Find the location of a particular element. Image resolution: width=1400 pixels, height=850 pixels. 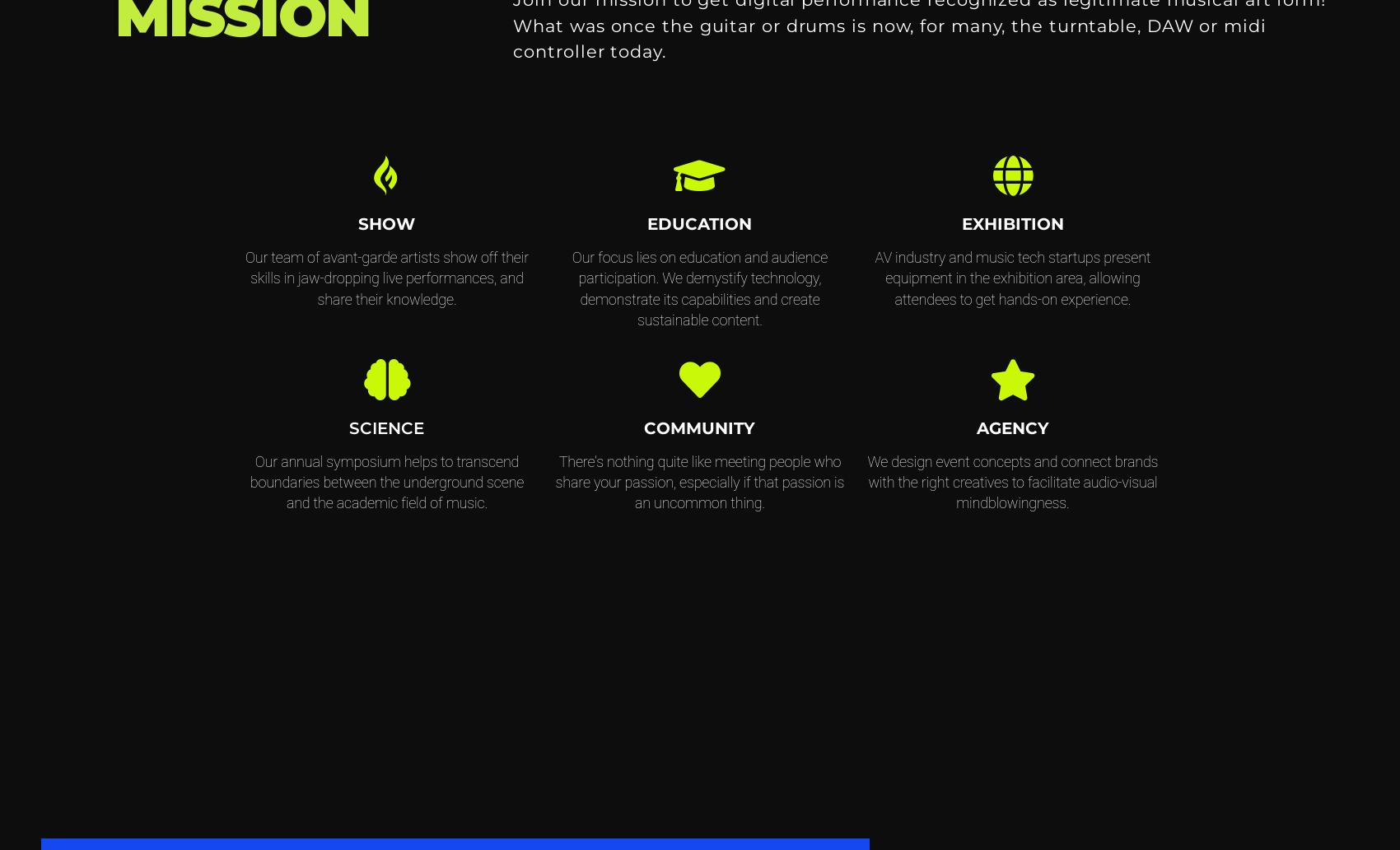

'Our team of avant-garde artists show off their skills in jaw-dropping live performances, and share their knowledge.' is located at coordinates (244, 278).